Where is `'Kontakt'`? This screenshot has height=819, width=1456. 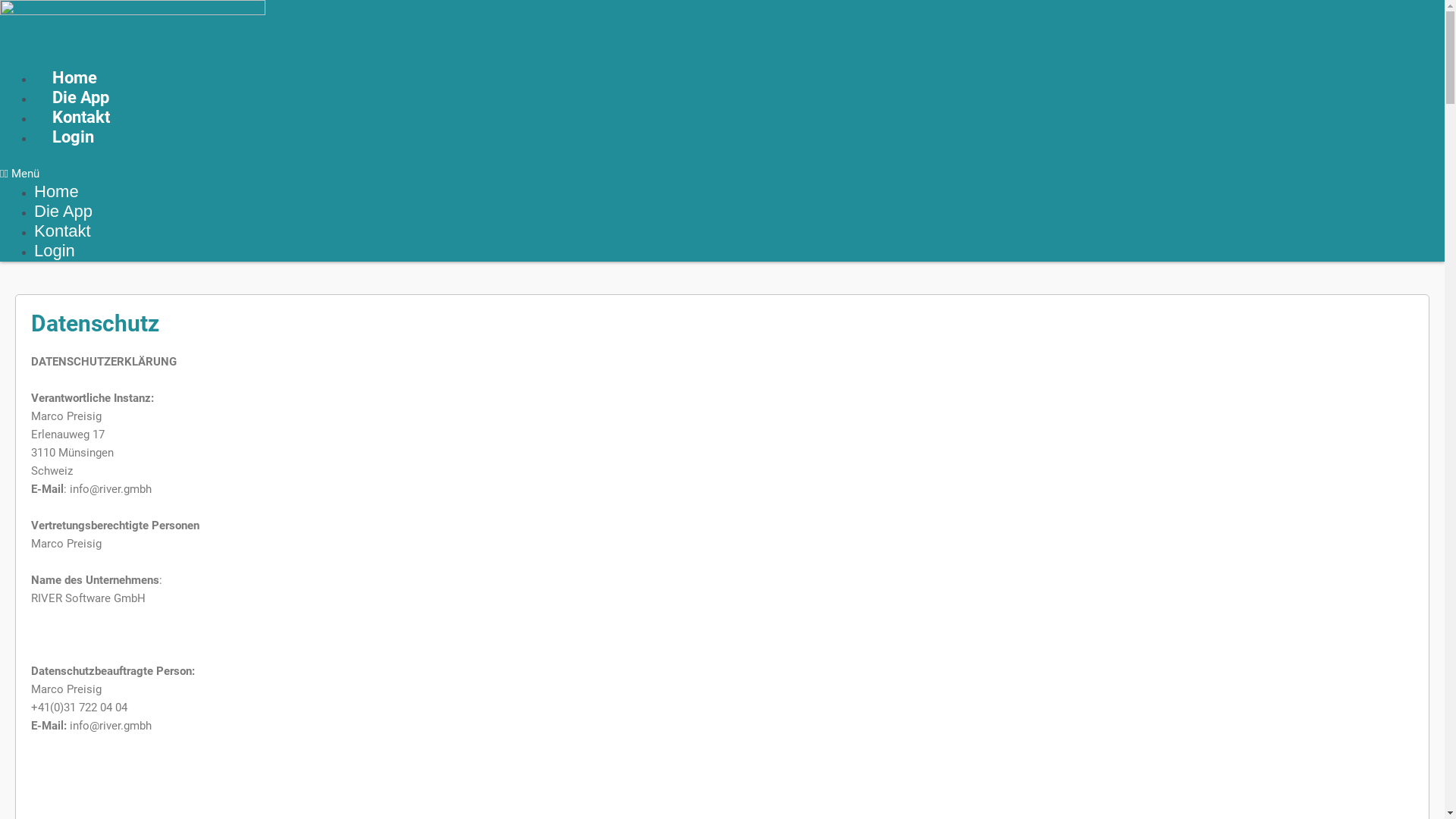 'Kontakt' is located at coordinates (80, 116).